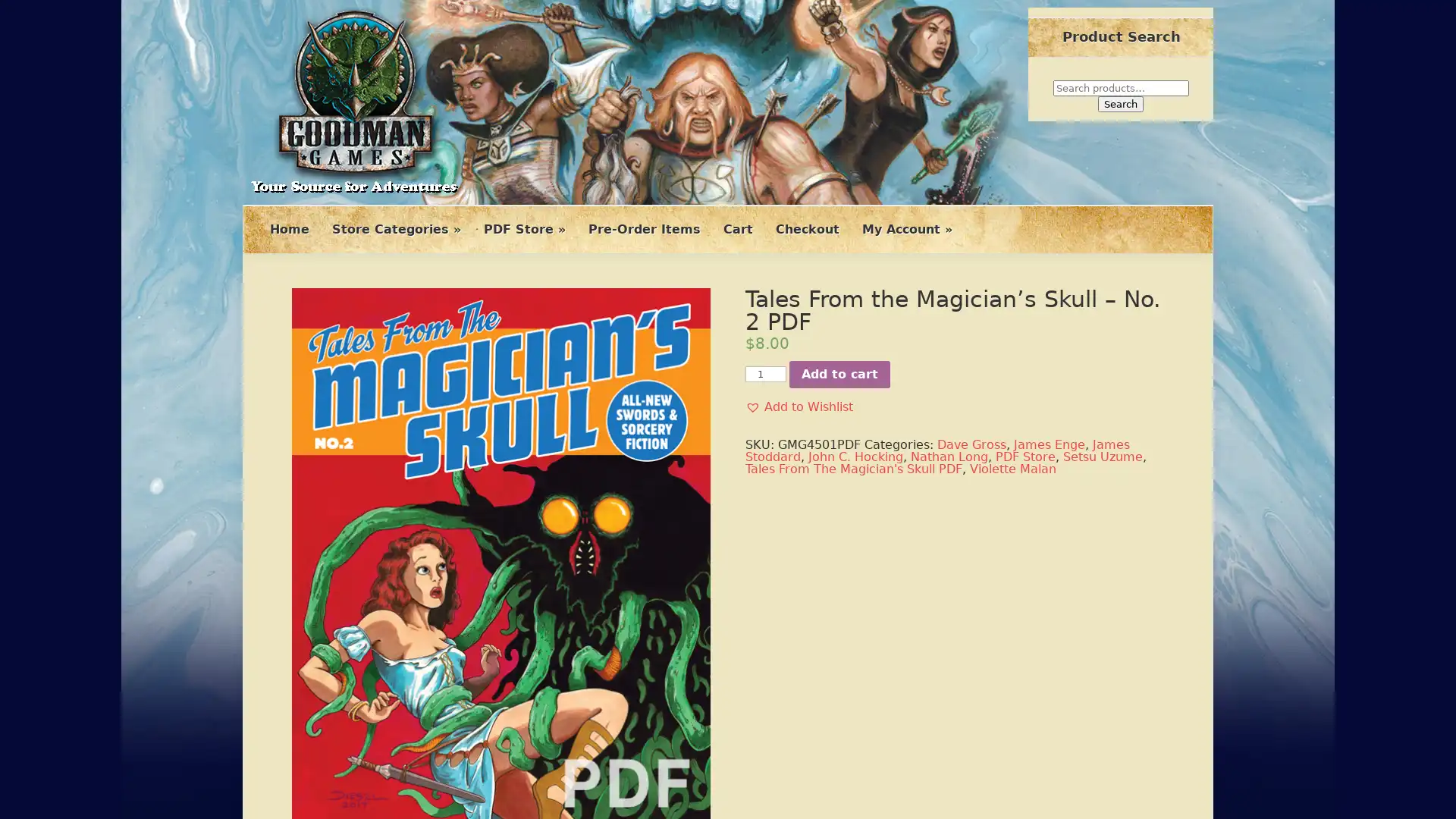 The height and width of the screenshot is (819, 1456). What do you see at coordinates (799, 406) in the screenshot?
I see `Add to Wishlist` at bounding box center [799, 406].